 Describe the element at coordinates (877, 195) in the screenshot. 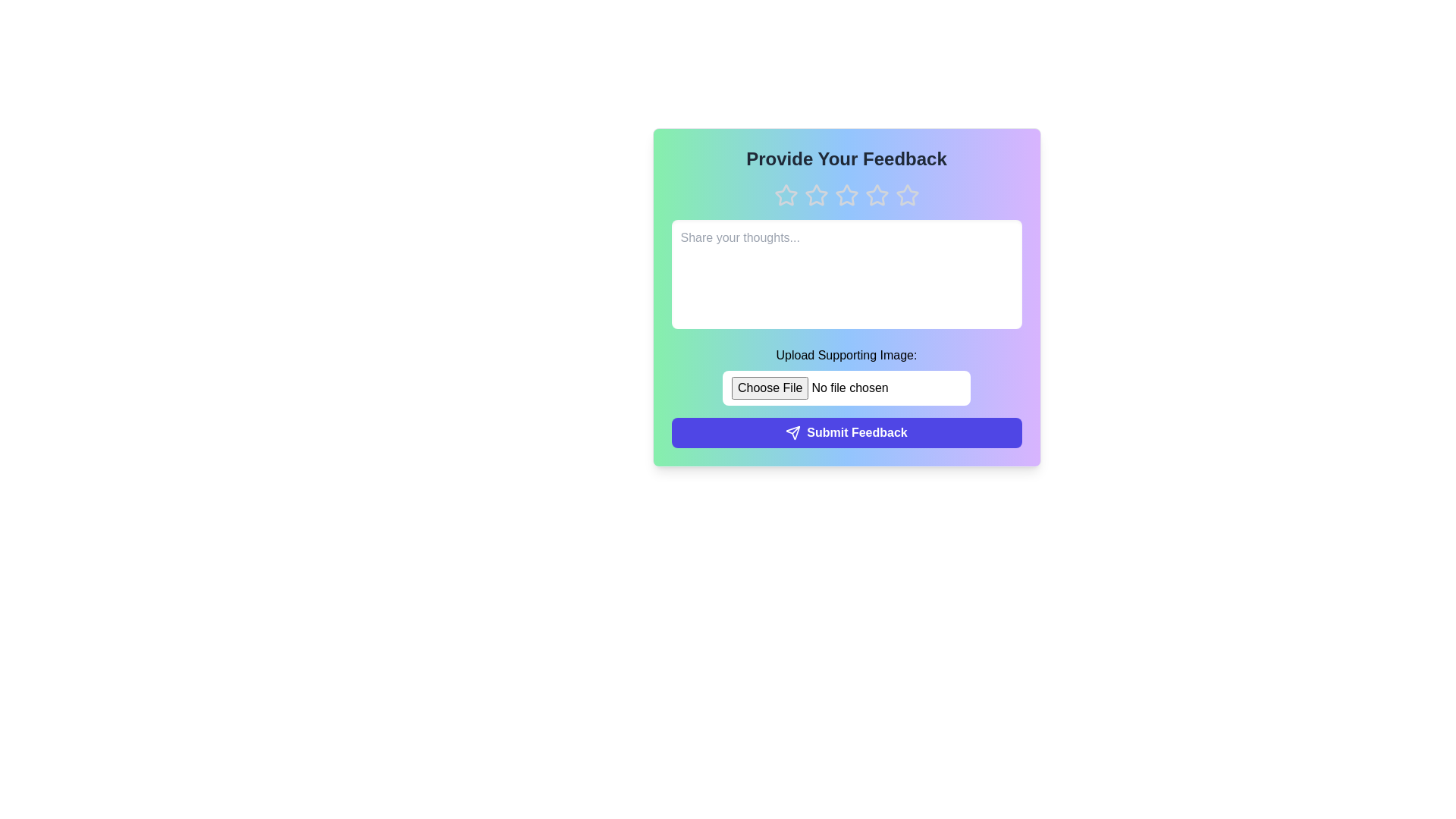

I see `the fourth star icon in the star rating system` at that location.